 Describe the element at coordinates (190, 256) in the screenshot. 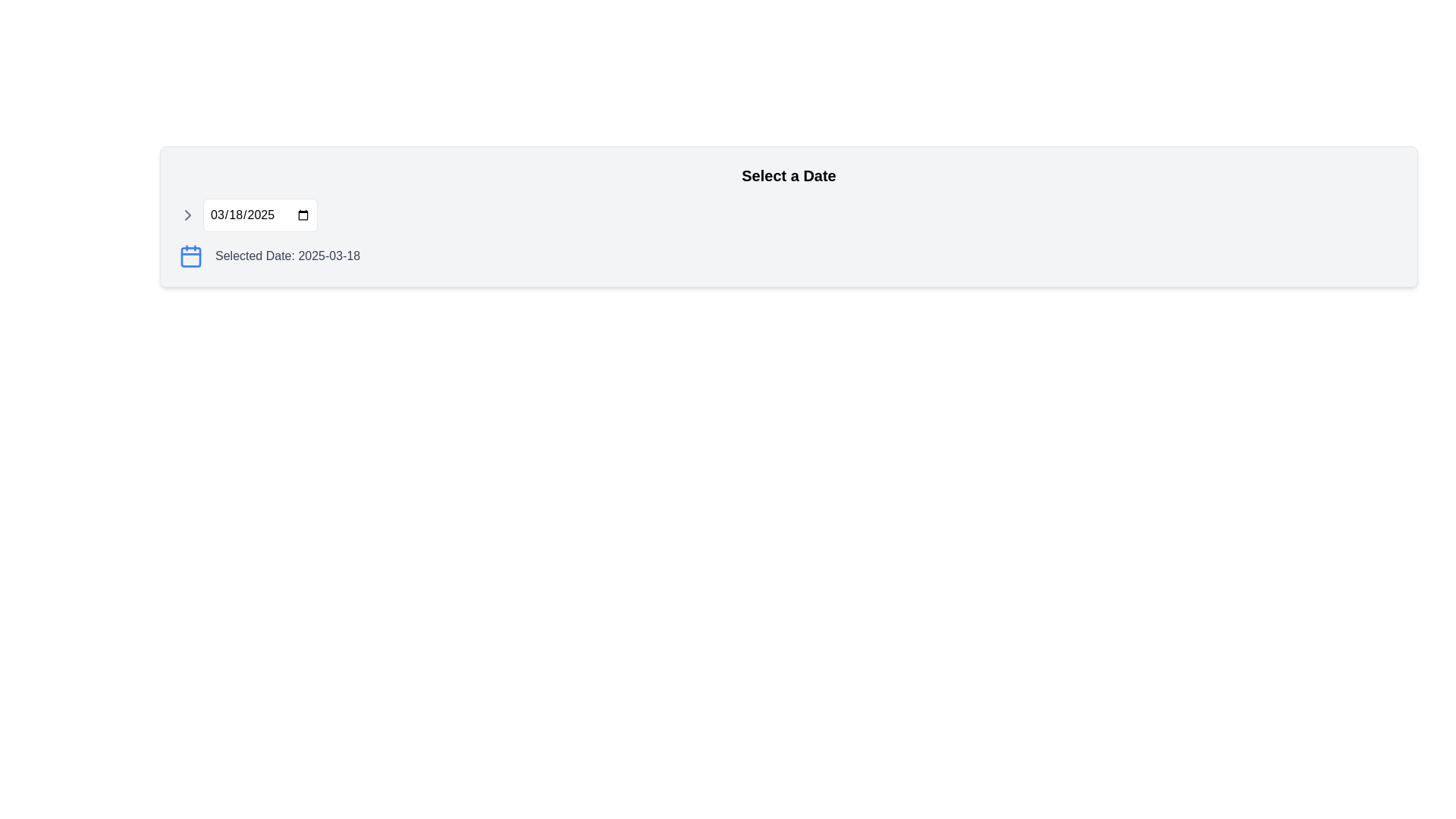

I see `the calendar icon that is left-aligned next to the text 'Selected Date: 2025-03-18'` at that location.